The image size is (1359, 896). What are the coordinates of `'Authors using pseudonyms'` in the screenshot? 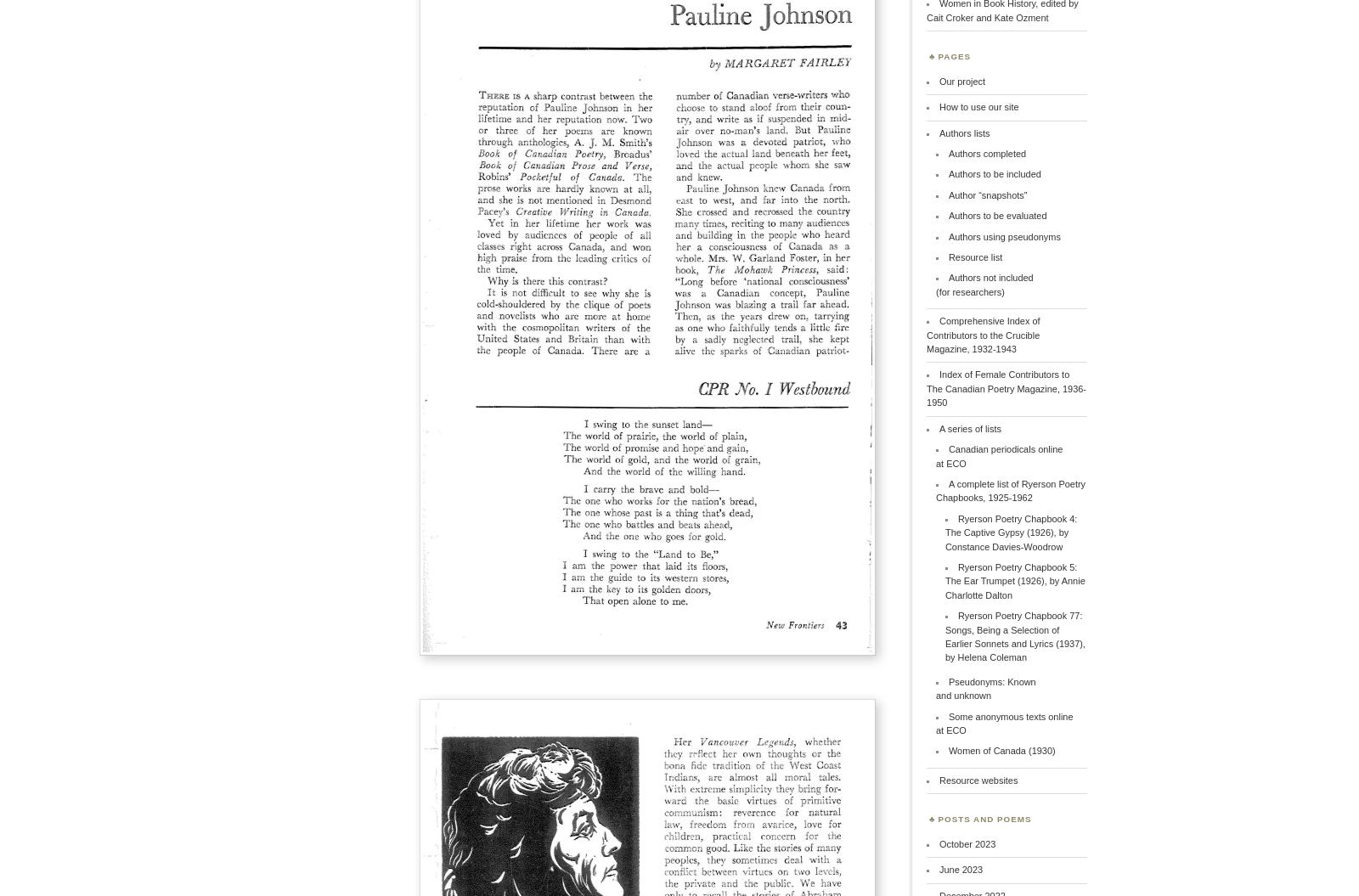 It's located at (1004, 235).